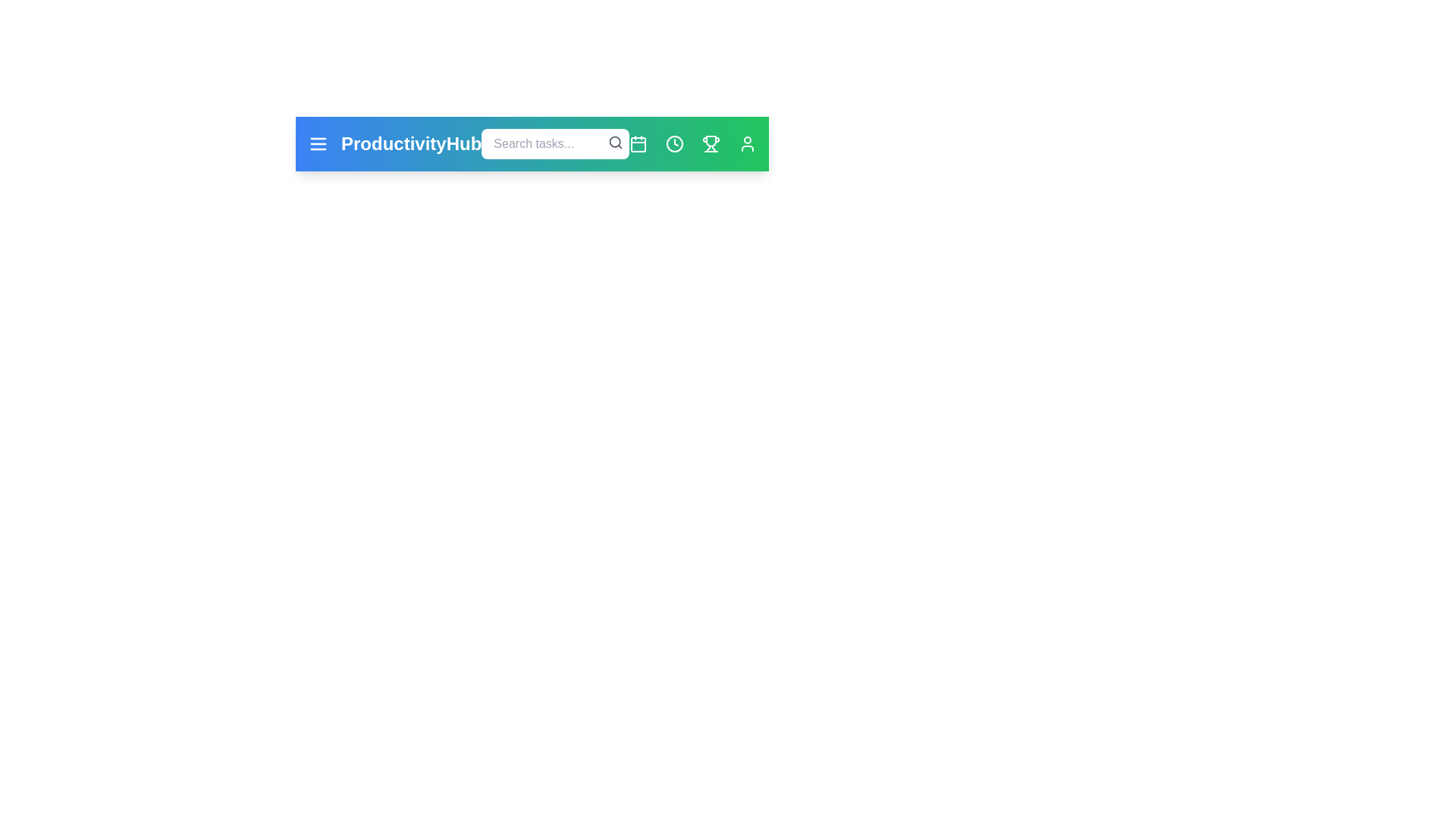 Image resolution: width=1456 pixels, height=819 pixels. What do you see at coordinates (318, 143) in the screenshot?
I see `the menu button to open the menu` at bounding box center [318, 143].